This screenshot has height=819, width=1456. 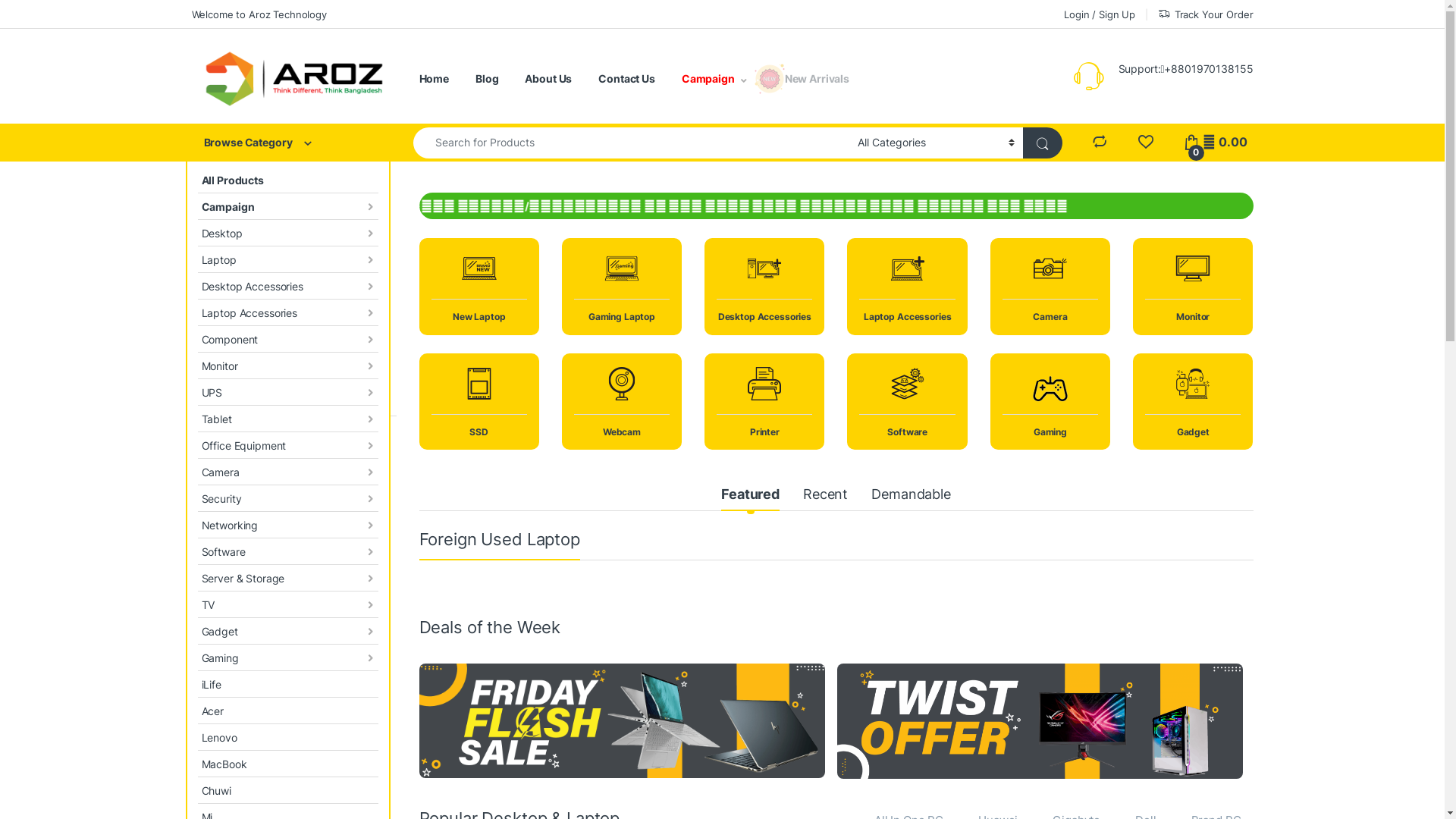 What do you see at coordinates (1099, 14) in the screenshot?
I see `'Login / Sign Up'` at bounding box center [1099, 14].